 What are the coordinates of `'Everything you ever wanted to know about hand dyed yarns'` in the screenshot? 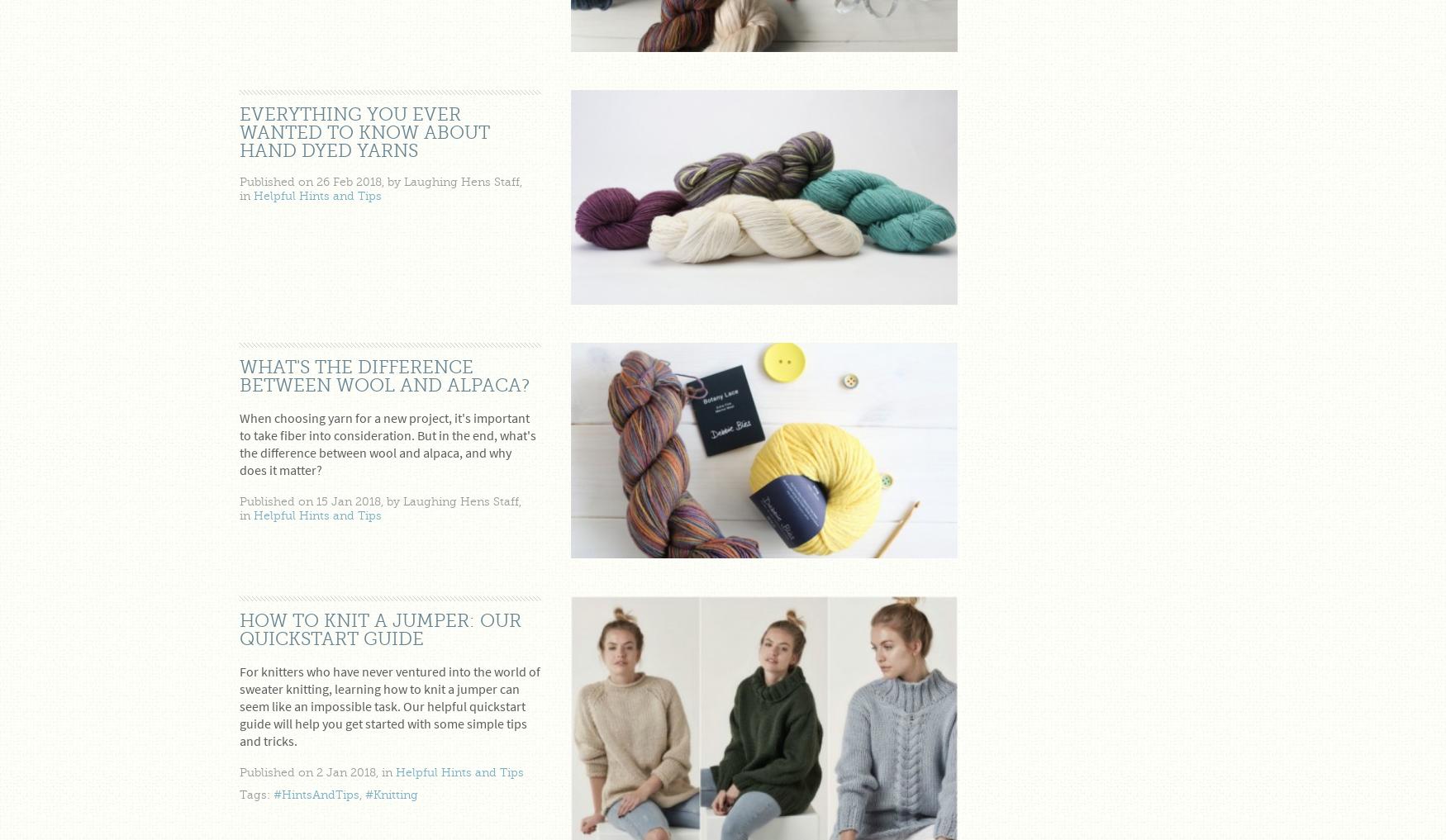 It's located at (364, 131).